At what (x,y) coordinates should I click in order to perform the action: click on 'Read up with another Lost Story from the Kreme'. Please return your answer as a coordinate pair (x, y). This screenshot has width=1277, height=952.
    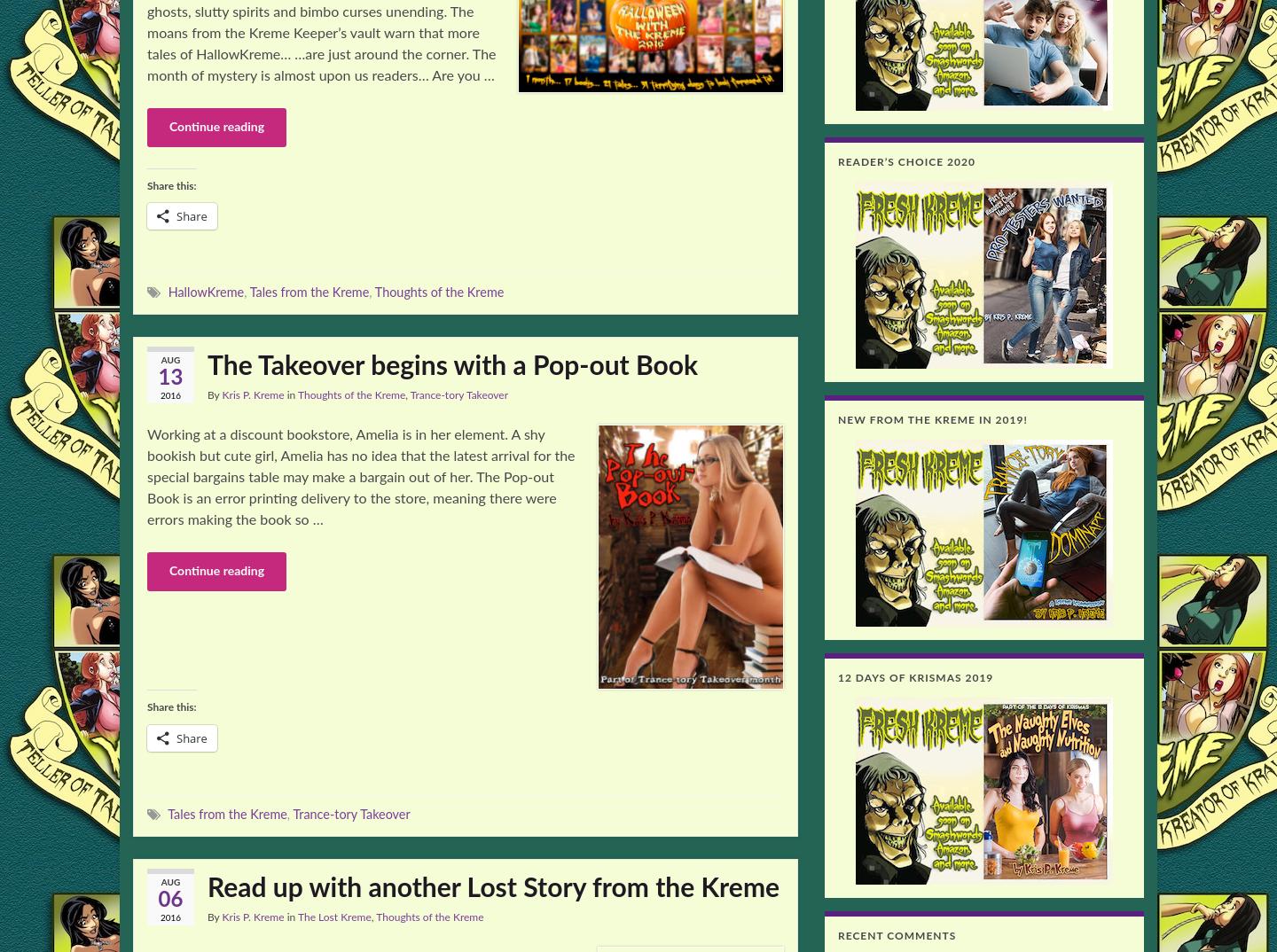
    Looking at the image, I should click on (493, 887).